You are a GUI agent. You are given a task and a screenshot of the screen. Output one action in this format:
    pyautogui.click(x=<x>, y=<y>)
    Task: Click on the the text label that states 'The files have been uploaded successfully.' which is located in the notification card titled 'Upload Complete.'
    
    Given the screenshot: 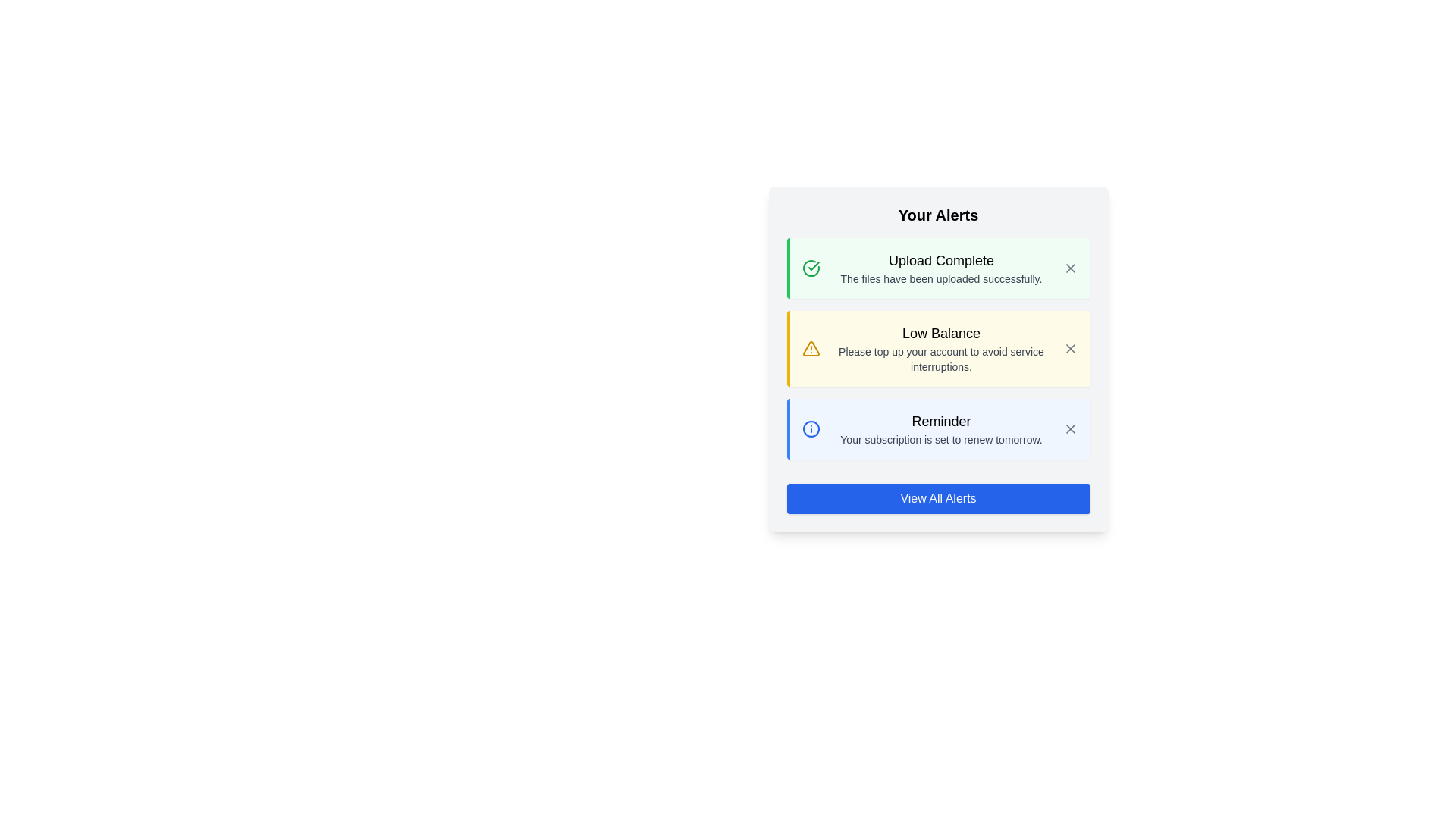 What is the action you would take?
    pyautogui.click(x=940, y=278)
    